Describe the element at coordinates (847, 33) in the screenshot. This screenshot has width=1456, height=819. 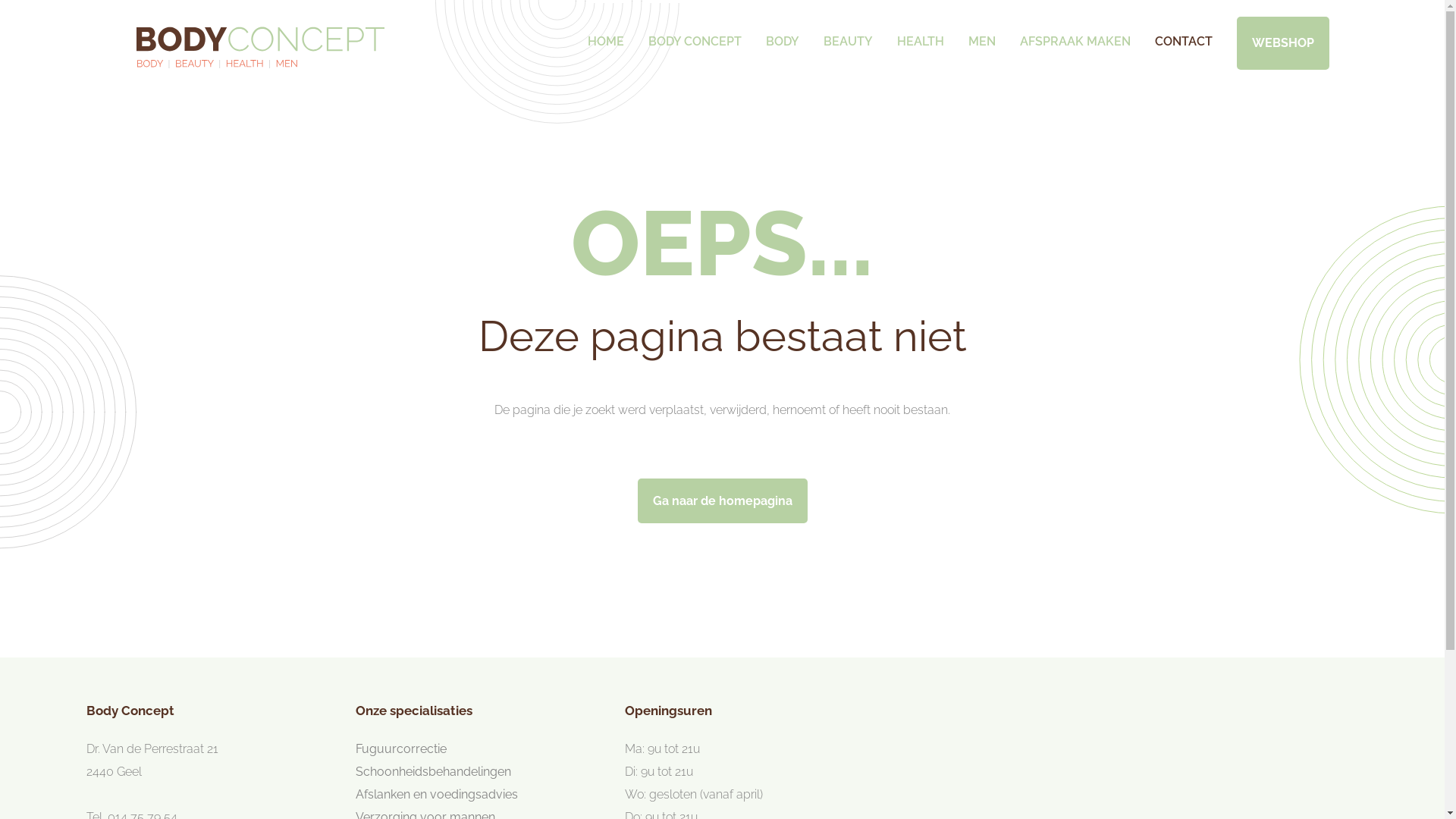
I see `'BEAUTY'` at that location.